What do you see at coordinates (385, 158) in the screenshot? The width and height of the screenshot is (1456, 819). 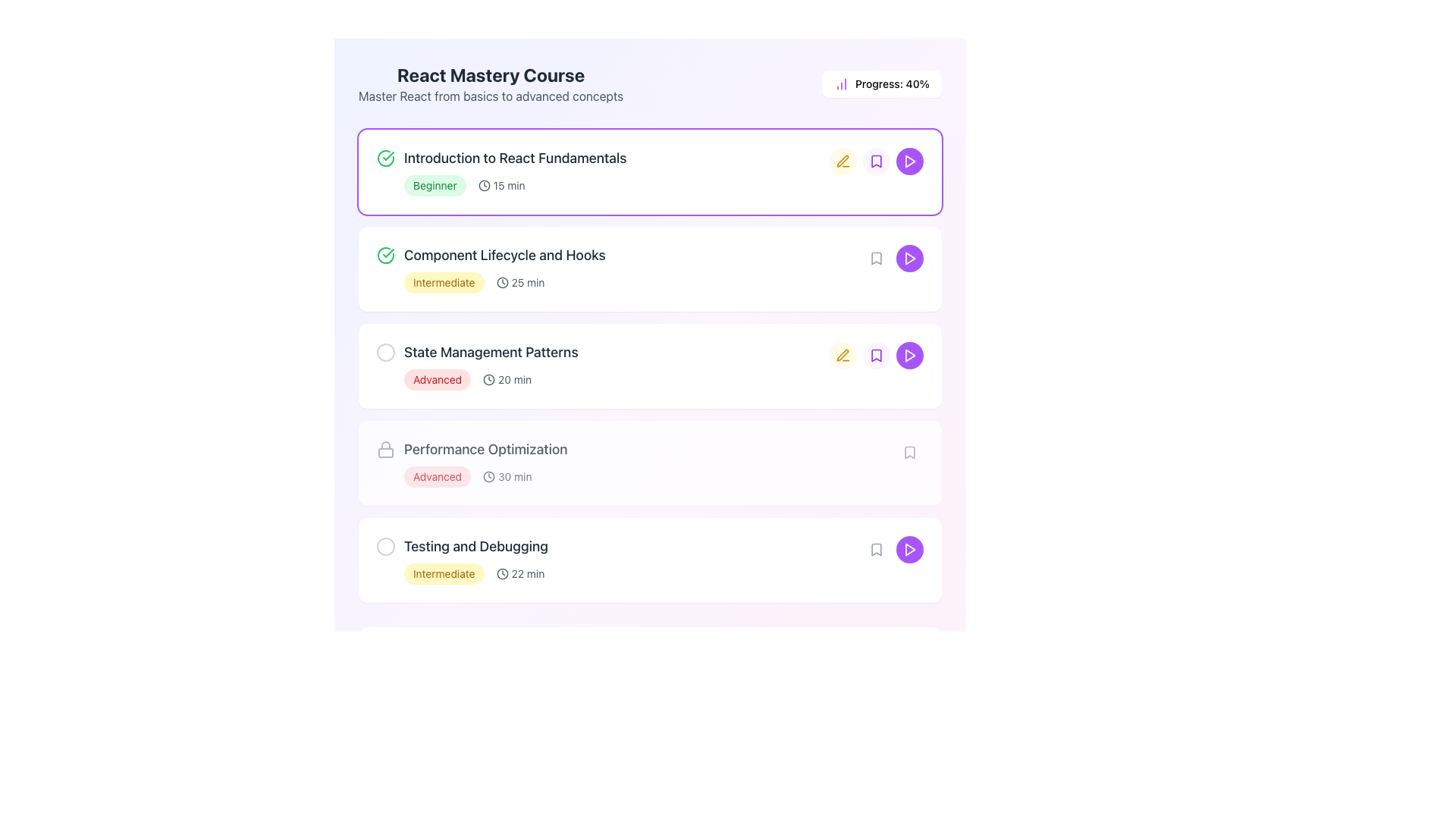 I see `the completion status icon located at the top-left corner of the 'Introduction to React Fundamentals' section, which indicates that the module has been completed by the user` at bounding box center [385, 158].